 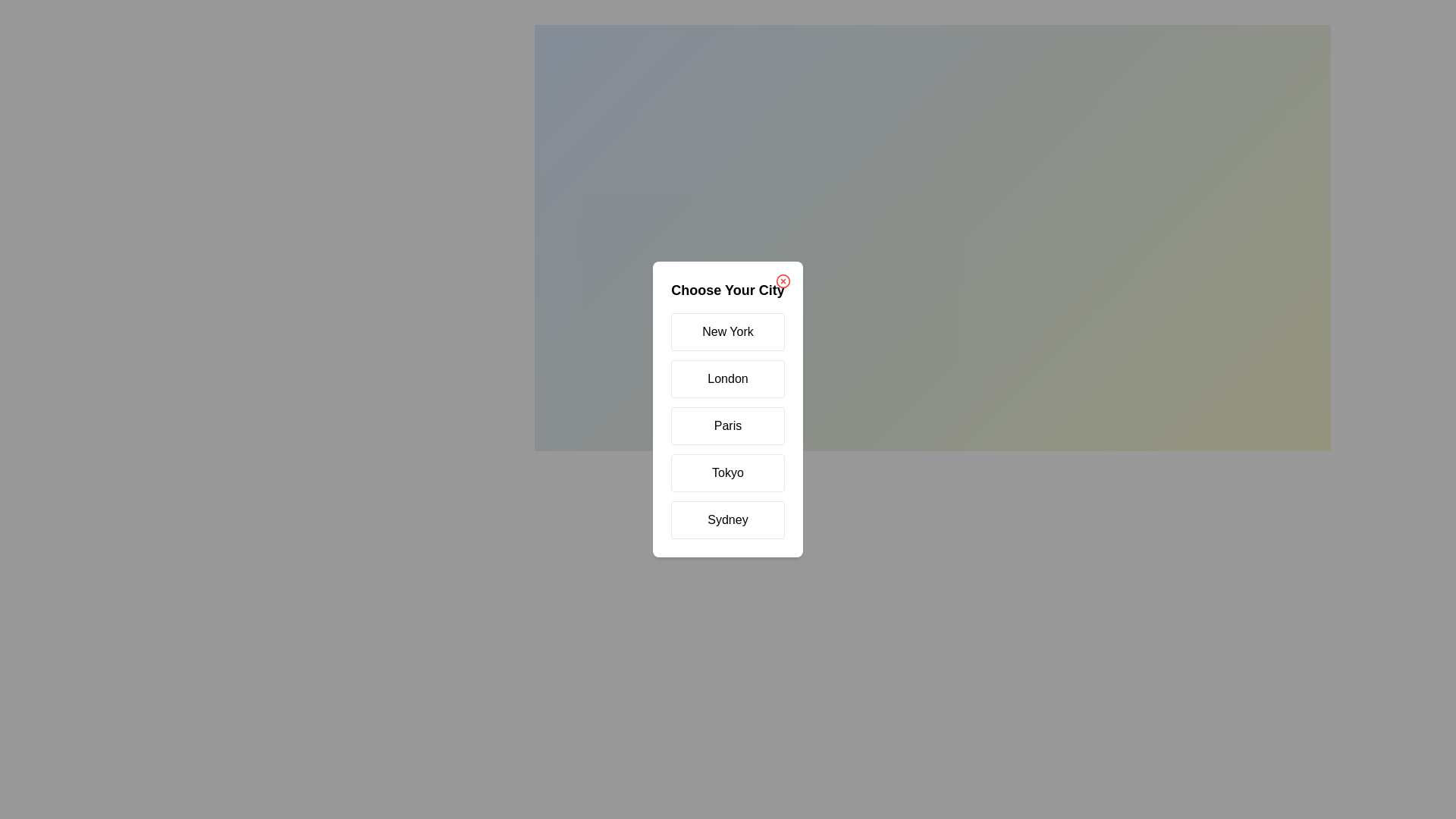 I want to click on the city Sydney from the list, so click(x=728, y=519).